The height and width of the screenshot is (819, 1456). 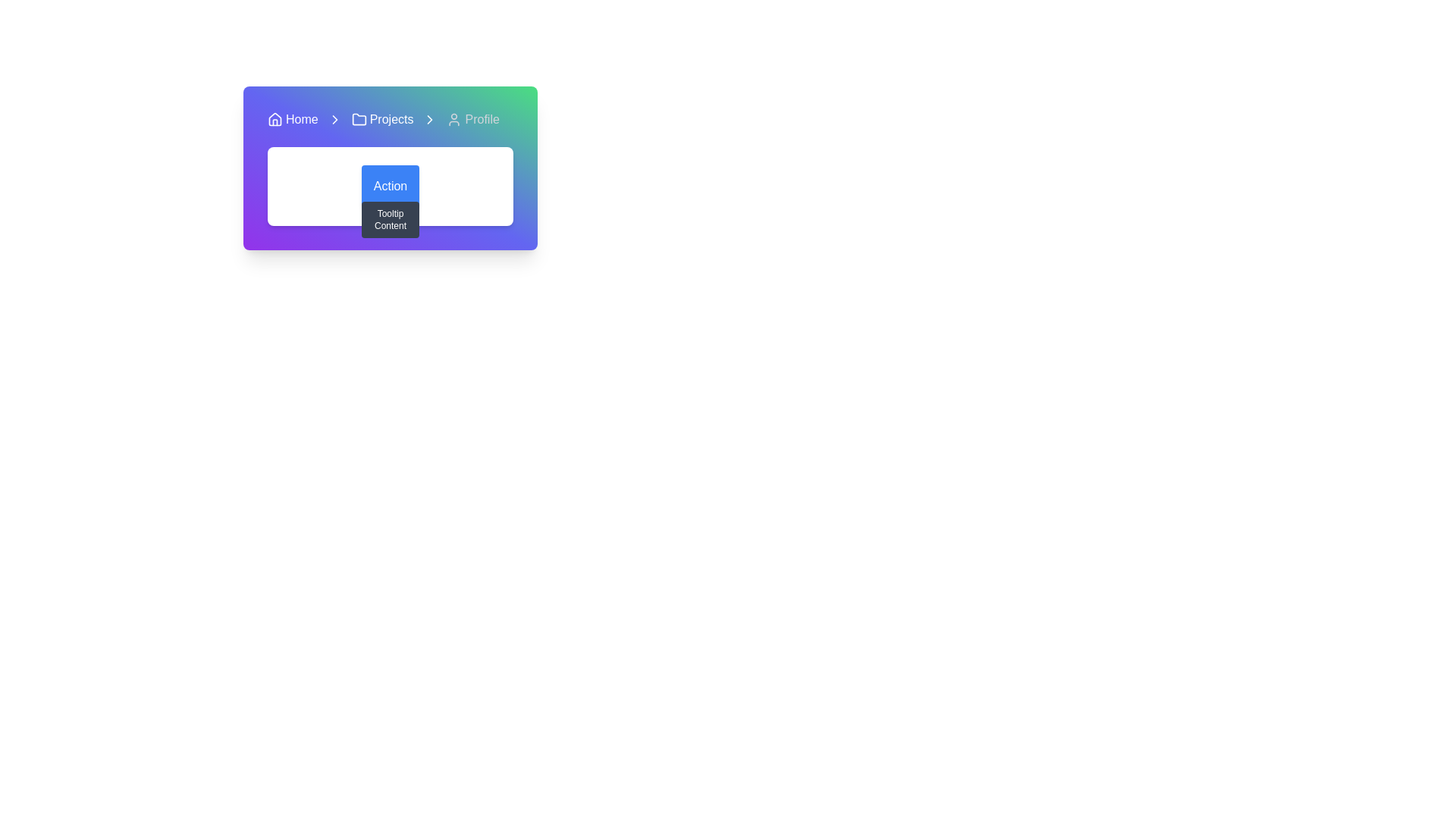 I want to click on the clickable link text located in the navigation bar, so click(x=293, y=119).